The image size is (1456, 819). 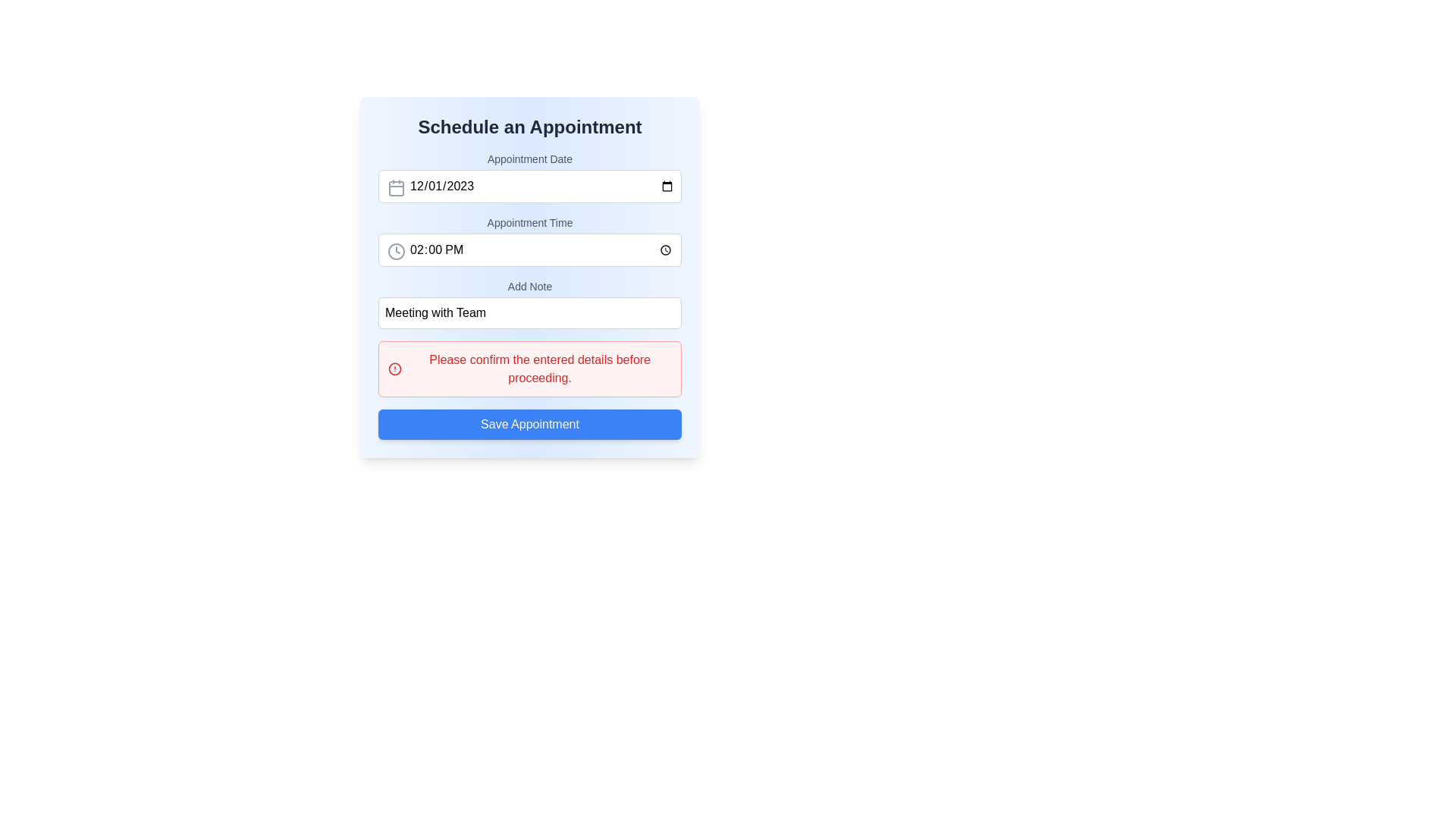 I want to click on the descriptive label for the time selector field located under the header 'Schedule an Appointment', positioned above the time selector labeled '02:00 PM', so click(x=530, y=222).